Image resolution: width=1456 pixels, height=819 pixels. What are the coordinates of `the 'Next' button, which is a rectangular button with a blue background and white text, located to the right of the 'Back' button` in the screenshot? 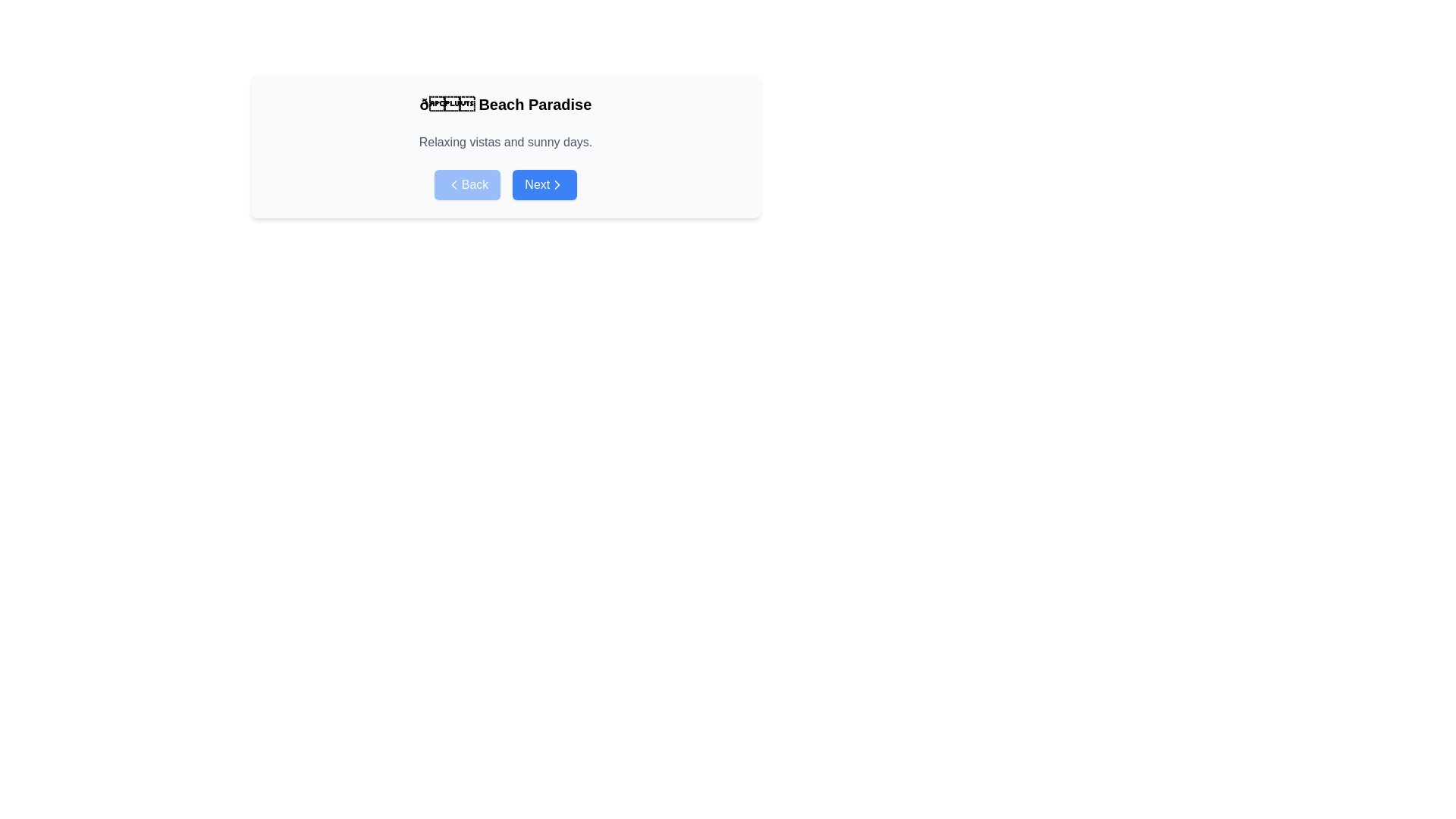 It's located at (544, 184).